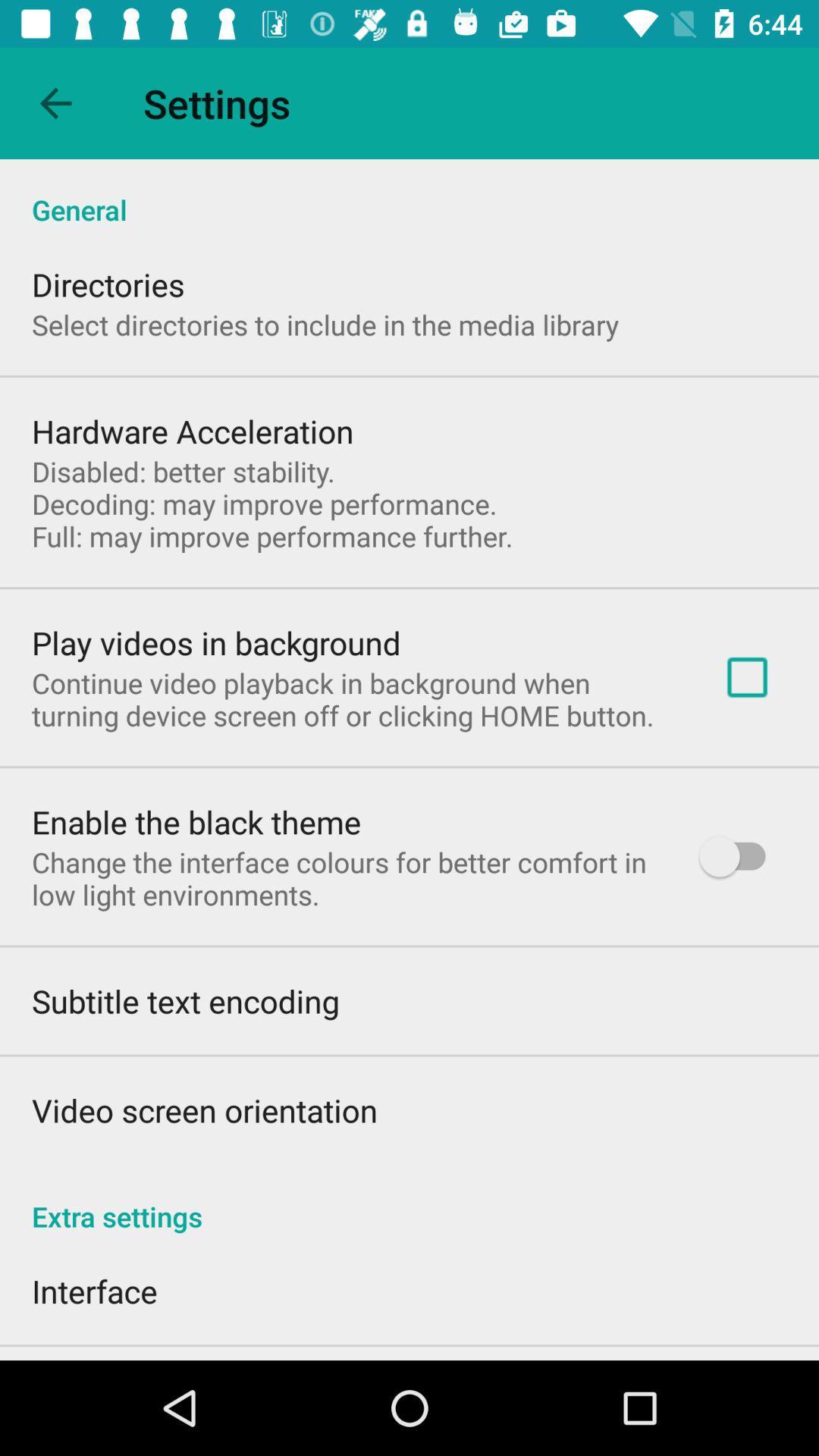 The width and height of the screenshot is (819, 1456). What do you see at coordinates (746, 676) in the screenshot?
I see `the app next to continue video playback icon` at bounding box center [746, 676].